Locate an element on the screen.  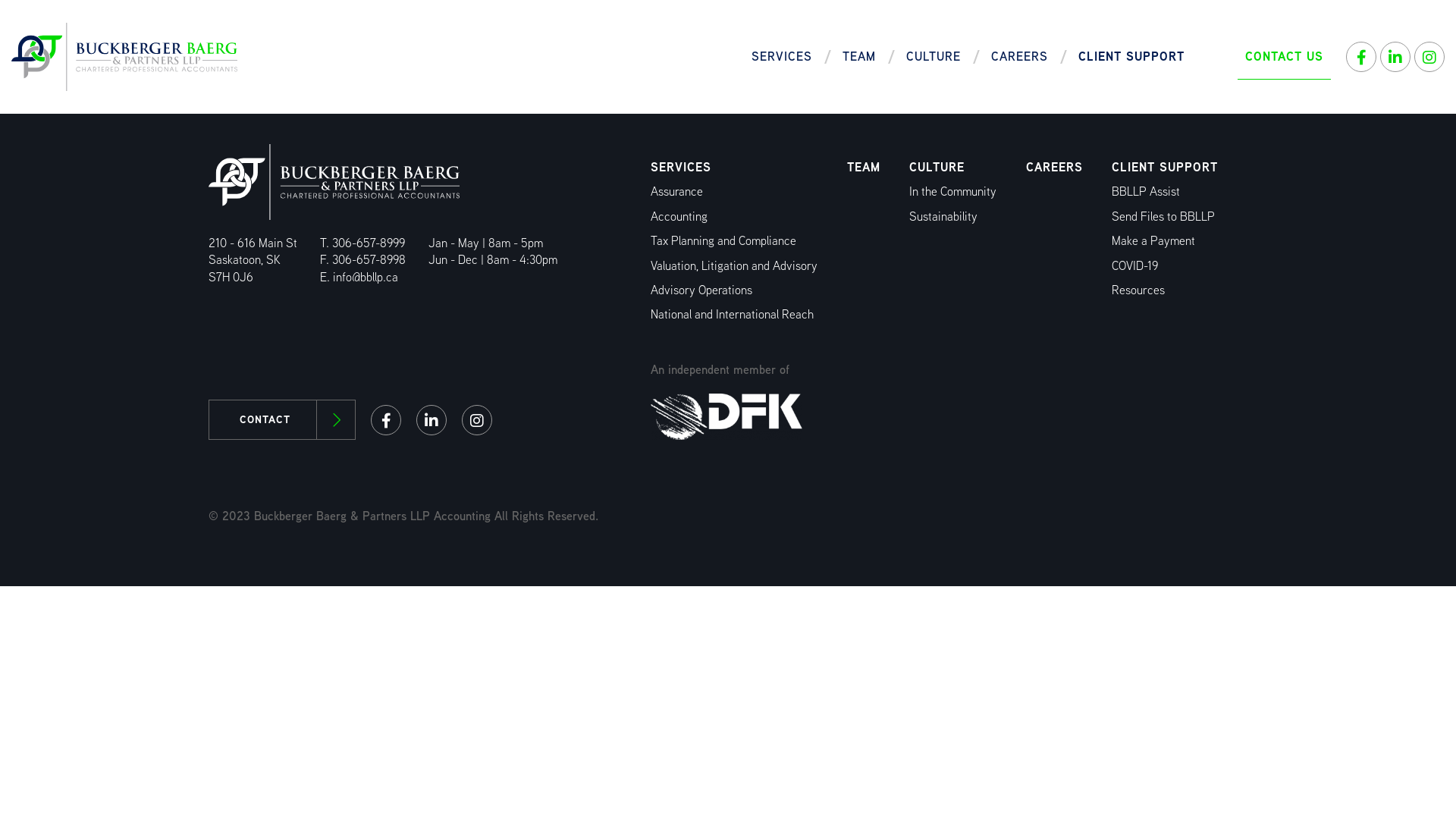
'CULTURE' is located at coordinates (936, 167).